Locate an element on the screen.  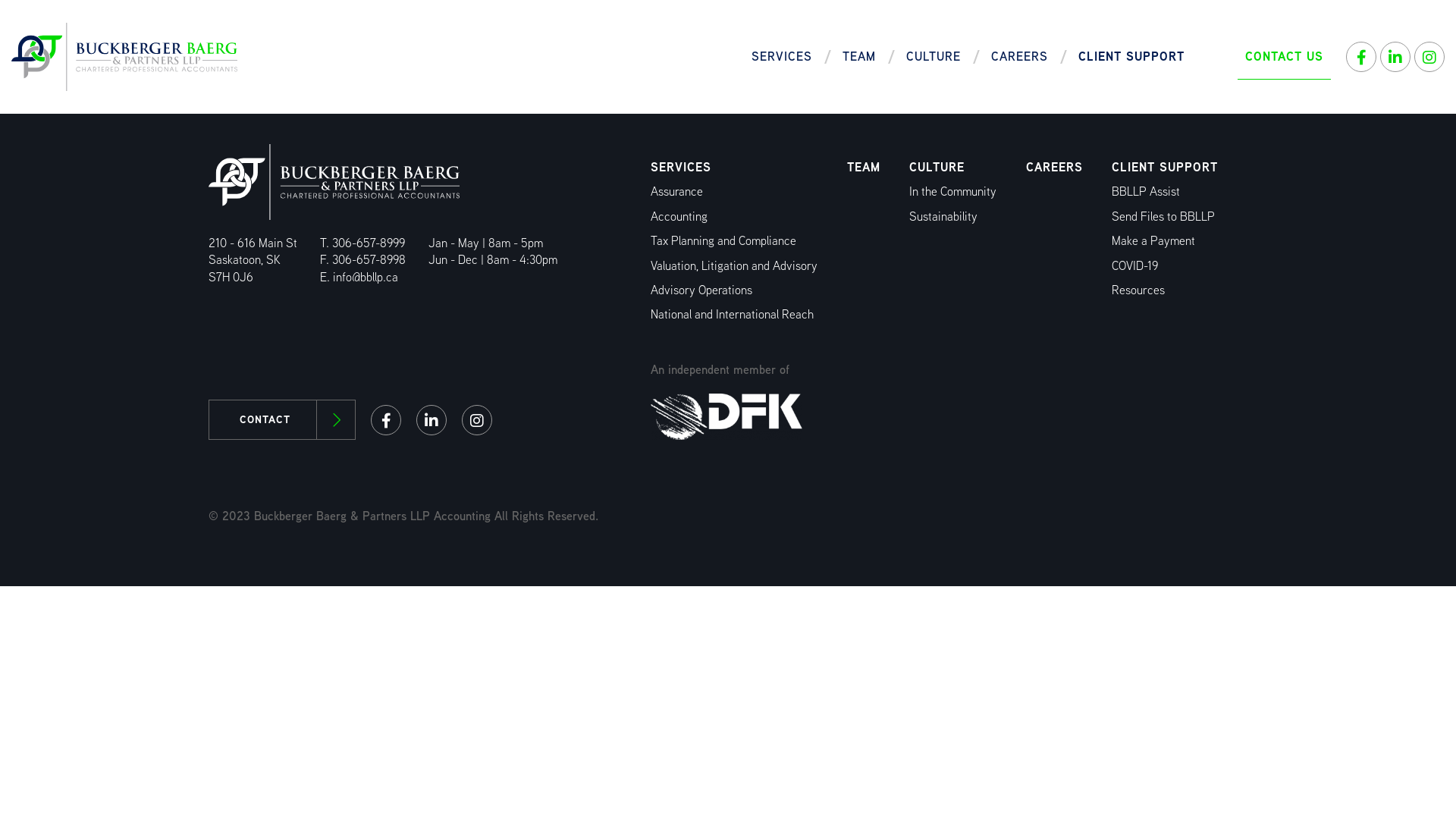
'CULTURE' is located at coordinates (936, 167).